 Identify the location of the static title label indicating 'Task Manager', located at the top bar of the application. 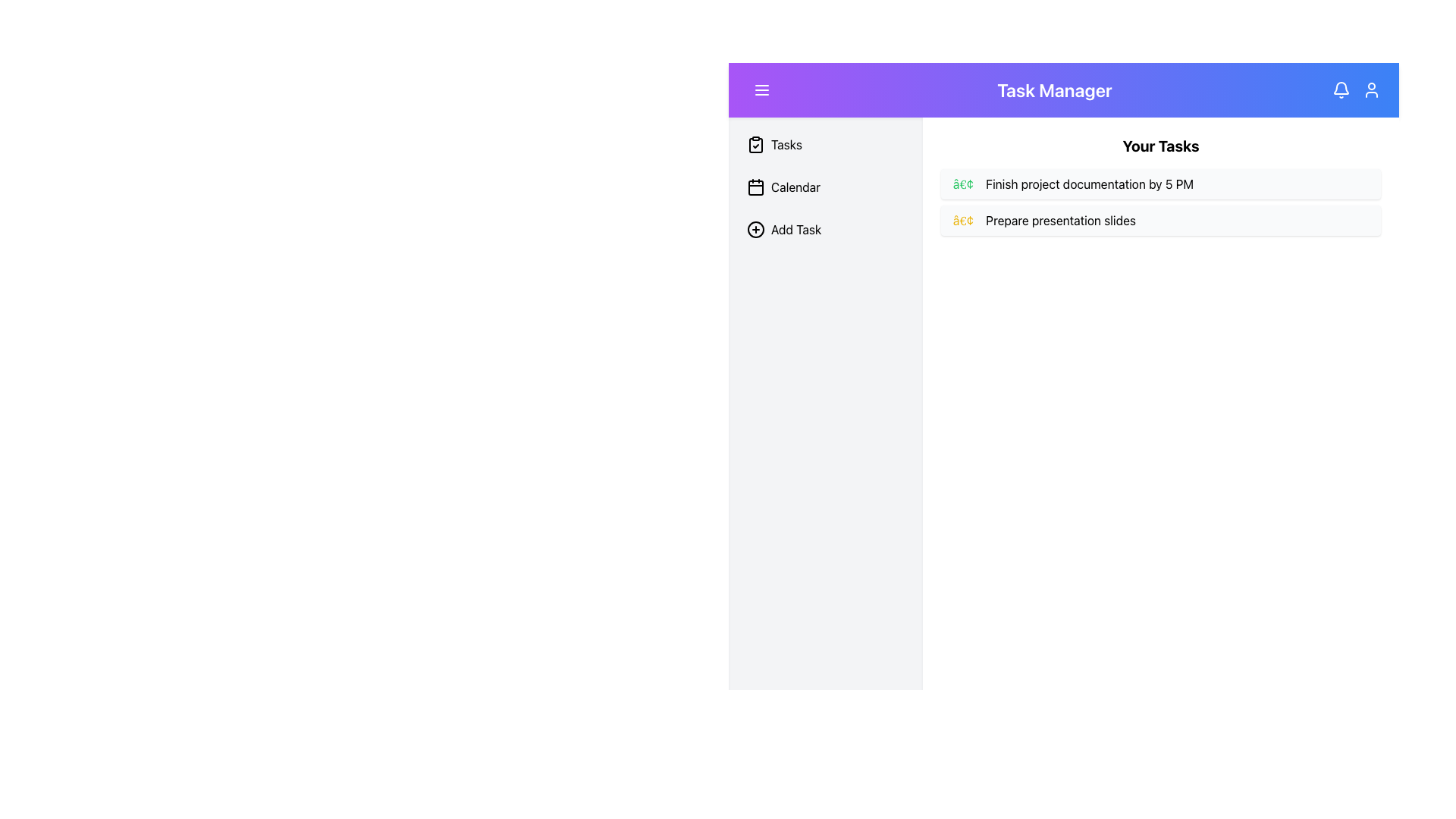
(1054, 90).